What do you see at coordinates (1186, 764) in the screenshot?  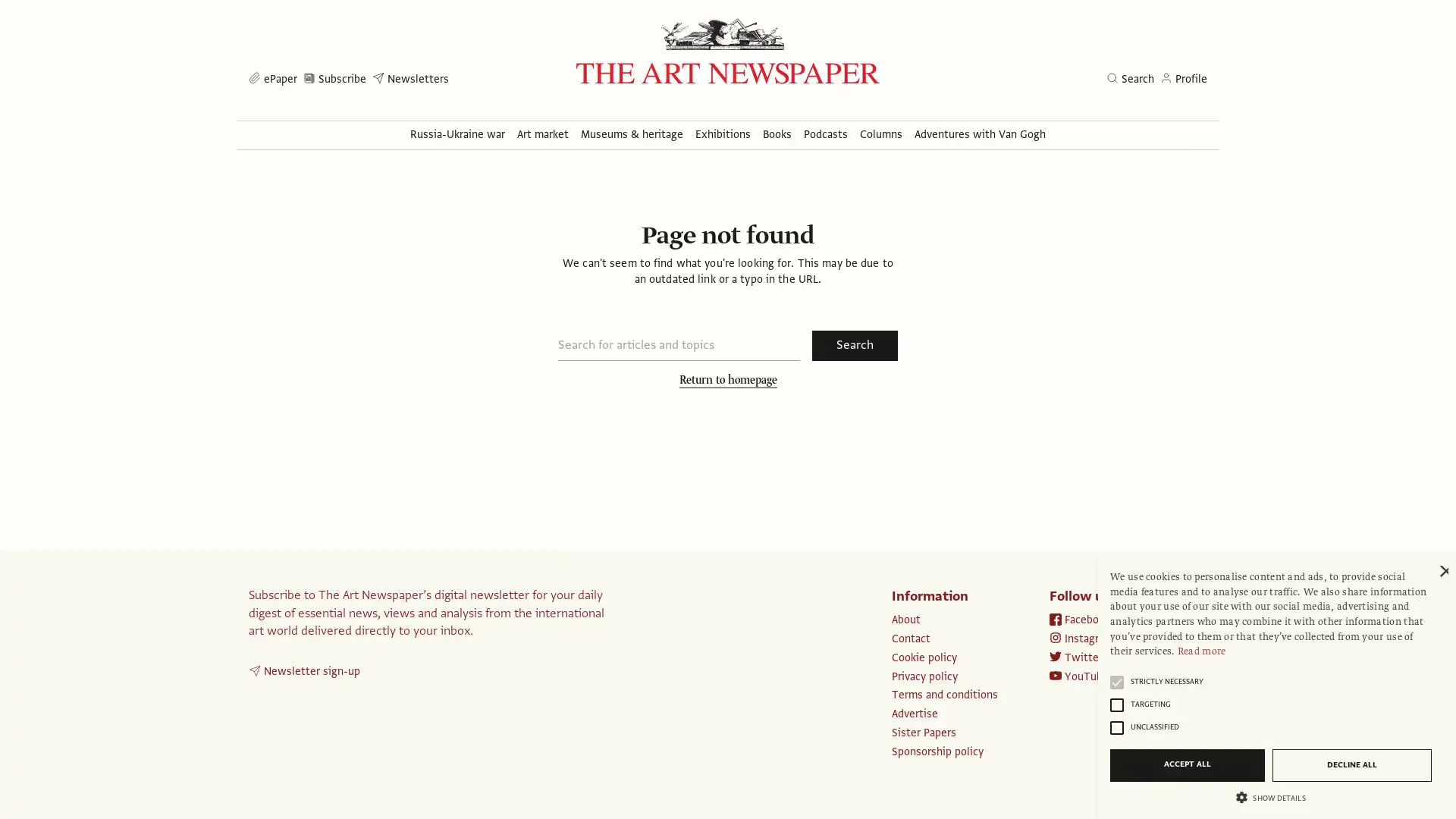 I see `ACCEPT ALL` at bounding box center [1186, 764].